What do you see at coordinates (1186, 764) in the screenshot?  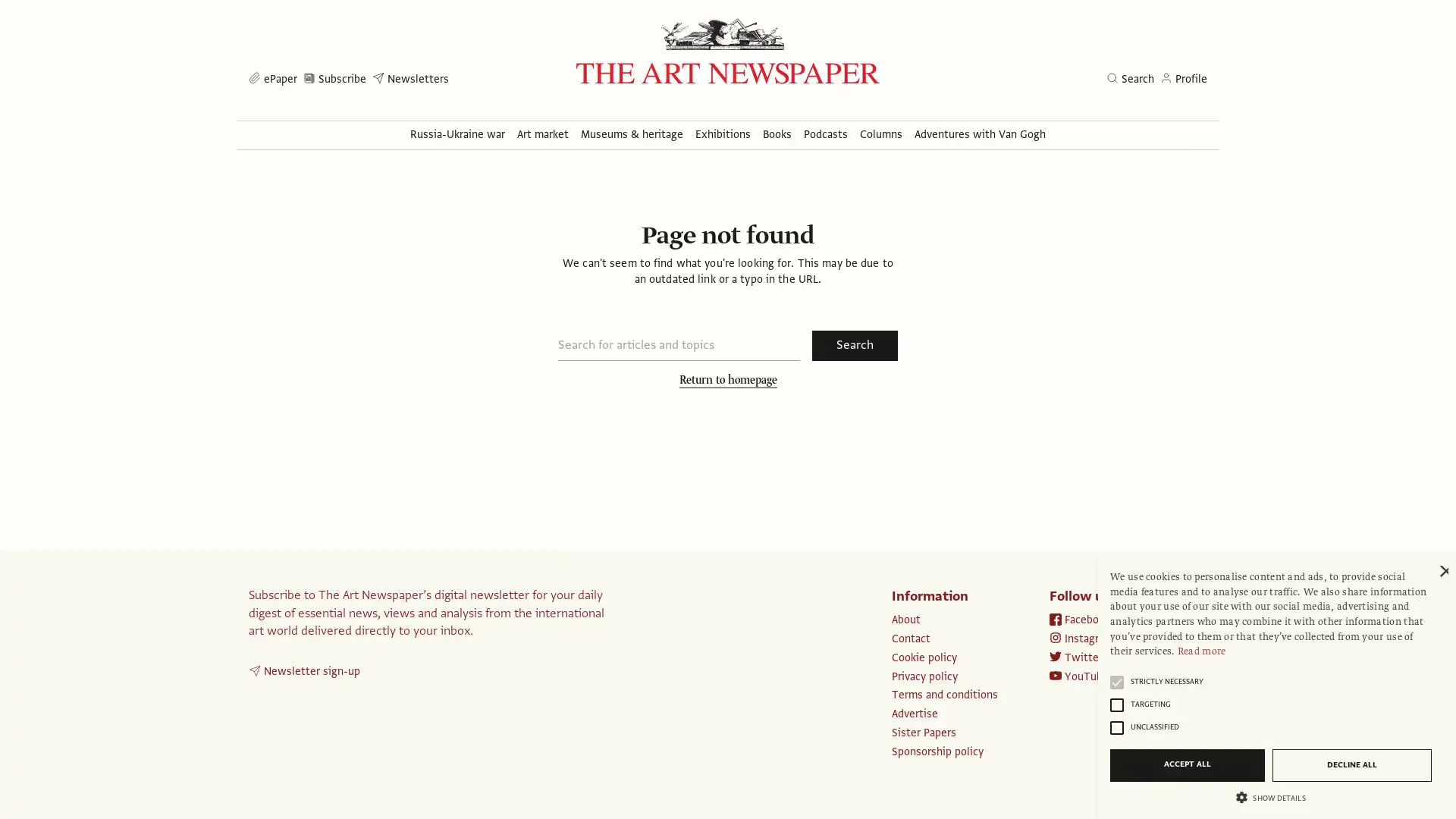 I see `ACCEPT ALL` at bounding box center [1186, 764].